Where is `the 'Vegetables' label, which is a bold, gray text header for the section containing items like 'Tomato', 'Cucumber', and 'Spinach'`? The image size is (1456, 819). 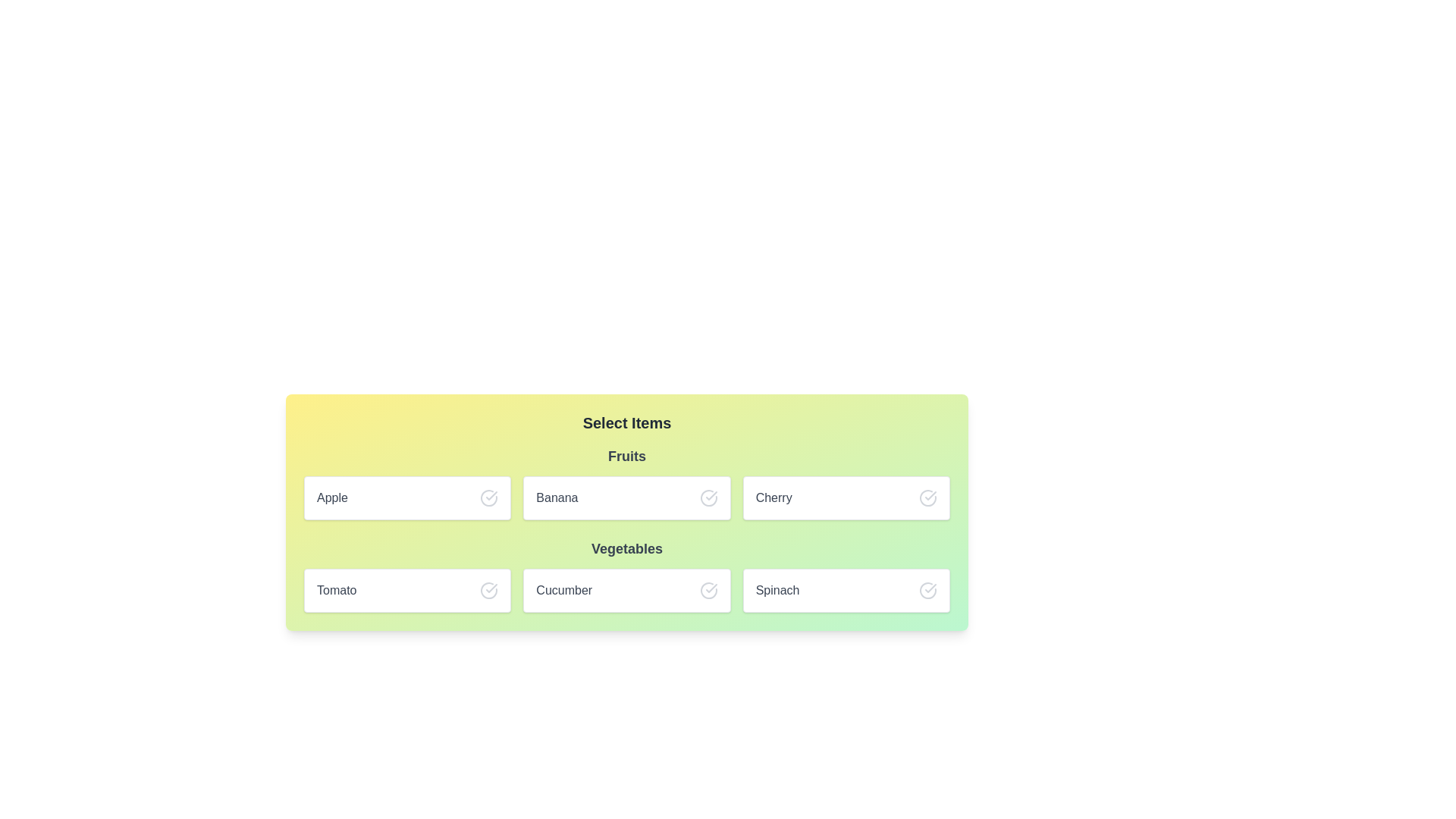
the 'Vegetables' label, which is a bold, gray text header for the section containing items like 'Tomato', 'Cucumber', and 'Spinach' is located at coordinates (626, 549).